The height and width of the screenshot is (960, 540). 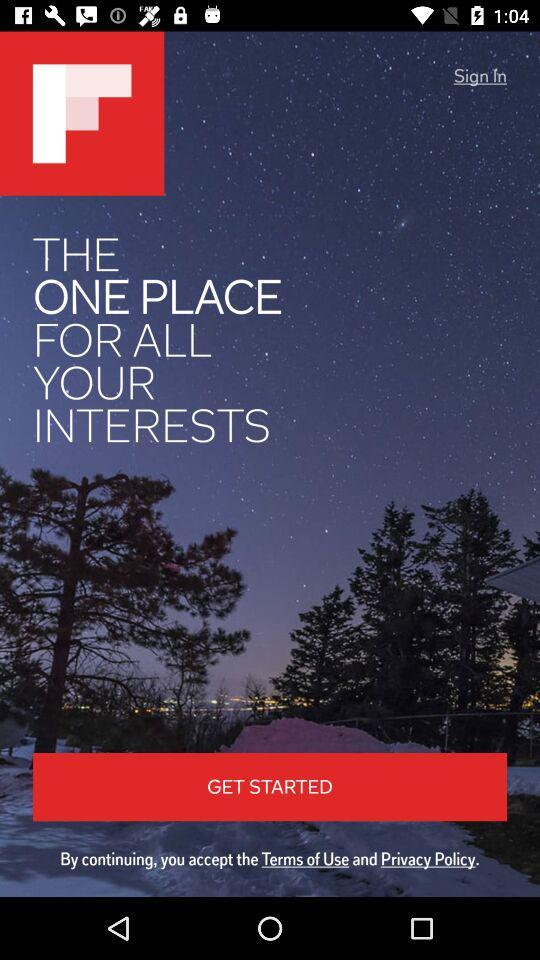 What do you see at coordinates (479, 76) in the screenshot?
I see `the sign in item` at bounding box center [479, 76].